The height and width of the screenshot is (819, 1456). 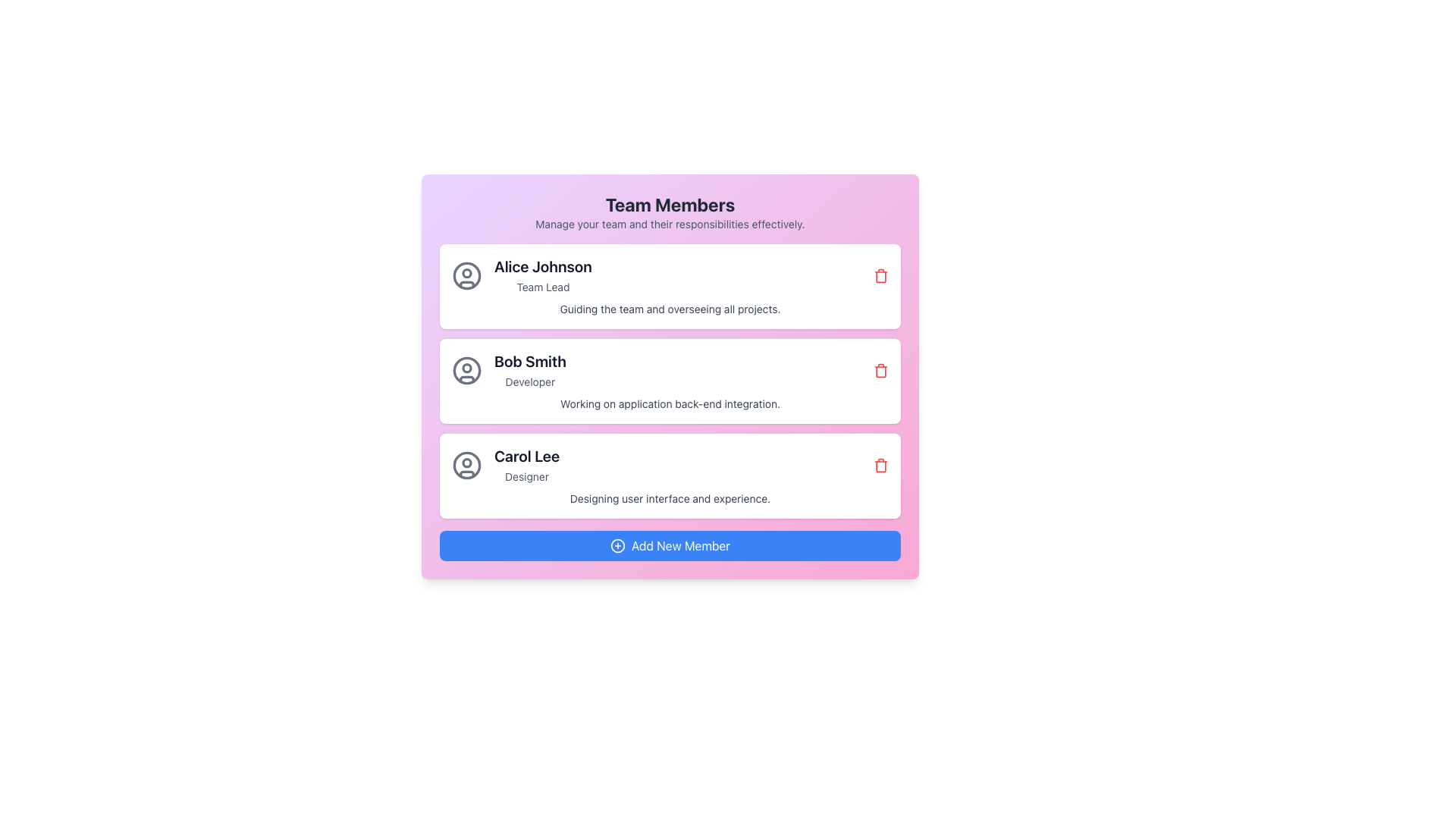 What do you see at coordinates (669, 309) in the screenshot?
I see `descriptive text about the responsibilities or role of Alice Johnson located below her title 'Team Lead' in the card representing her` at bounding box center [669, 309].